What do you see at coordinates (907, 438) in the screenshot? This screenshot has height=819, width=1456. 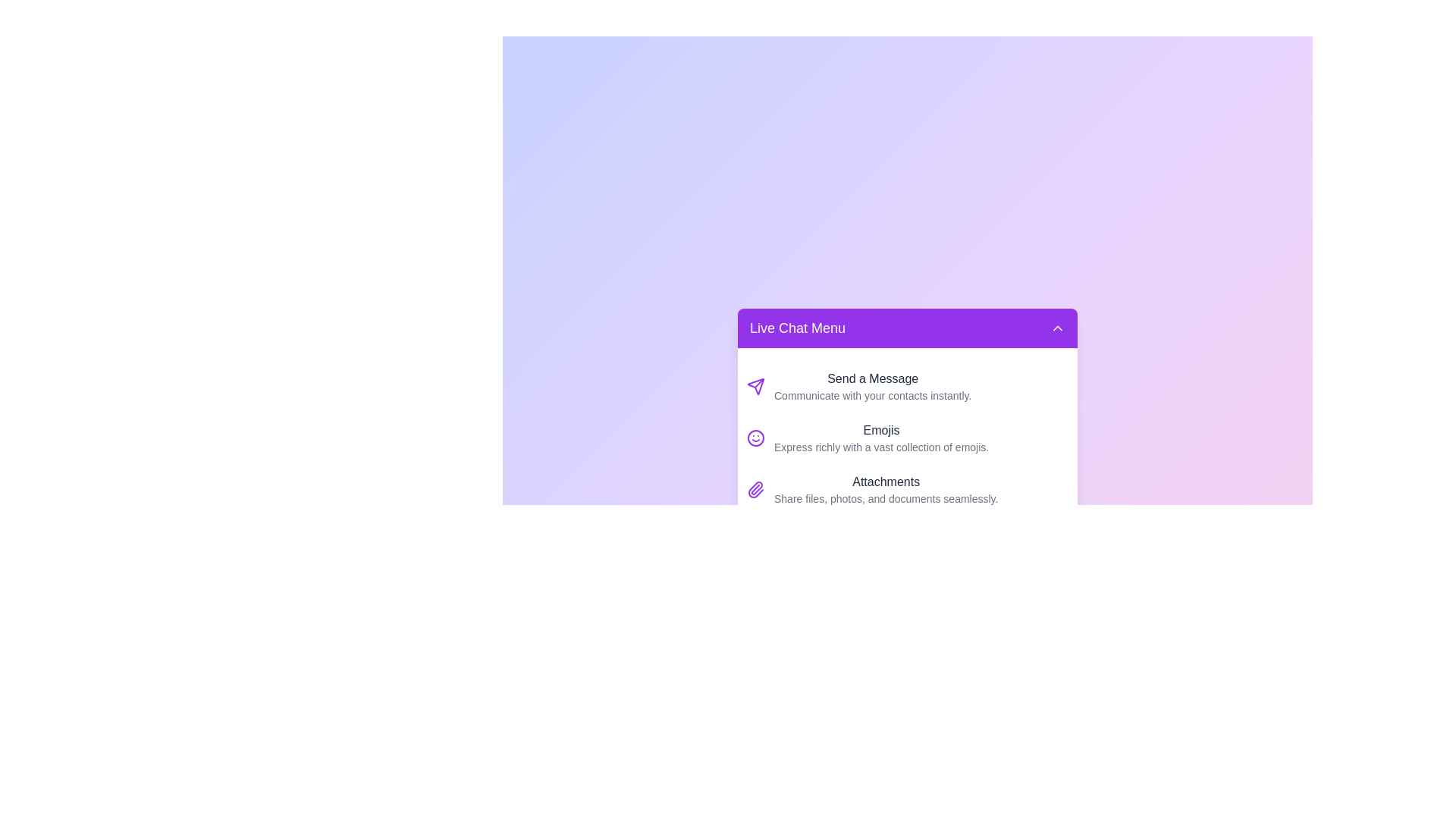 I see `the menu item corresponding to Emojis` at bounding box center [907, 438].